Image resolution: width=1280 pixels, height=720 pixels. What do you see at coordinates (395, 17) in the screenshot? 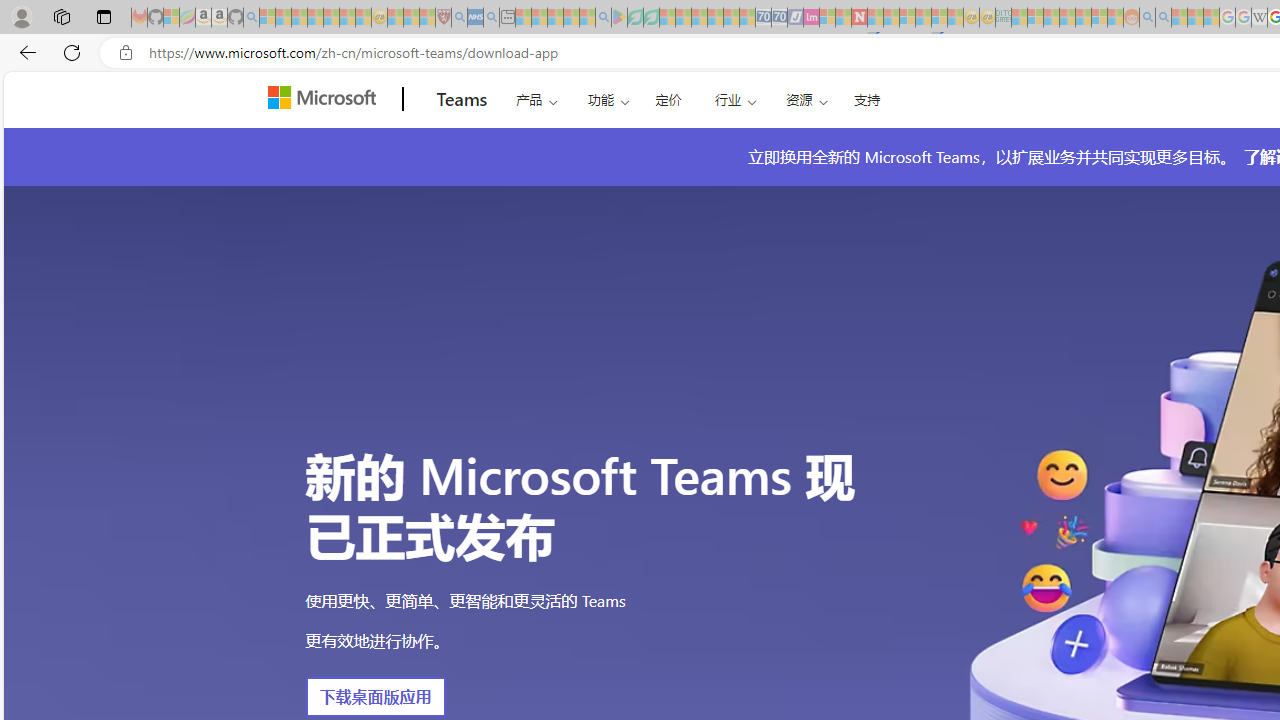
I see `'Recipes - MSN - Sleeping'` at bounding box center [395, 17].